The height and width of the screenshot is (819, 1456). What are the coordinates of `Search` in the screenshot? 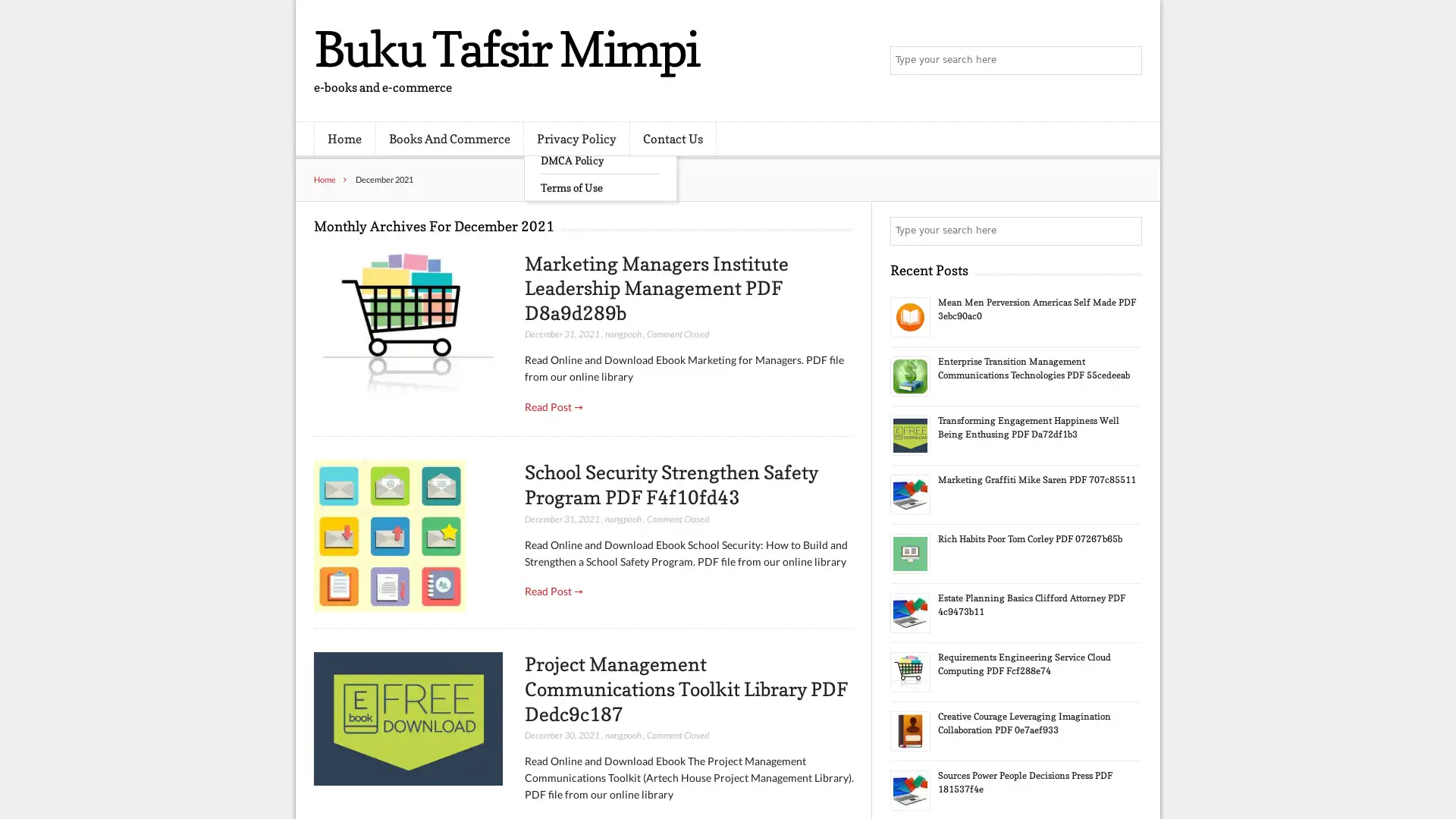 It's located at (1126, 61).